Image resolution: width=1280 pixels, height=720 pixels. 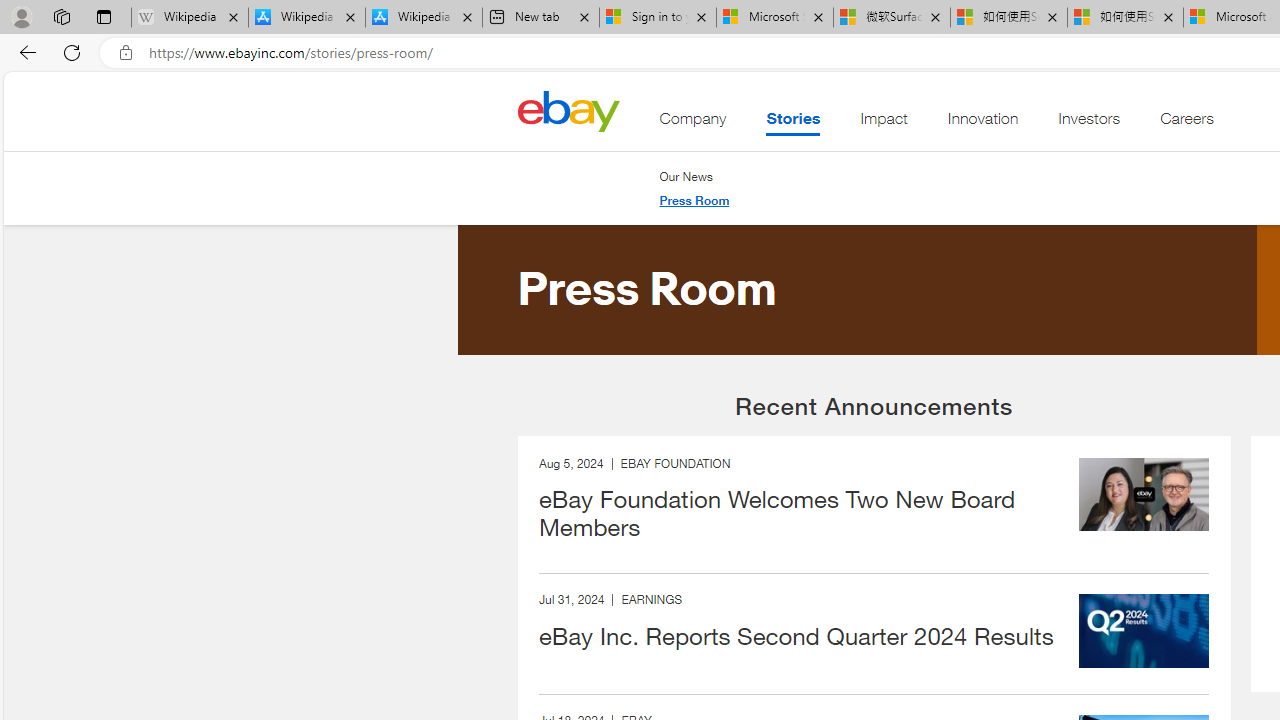 I want to click on 'Class: desktop', so click(x=567, y=111).